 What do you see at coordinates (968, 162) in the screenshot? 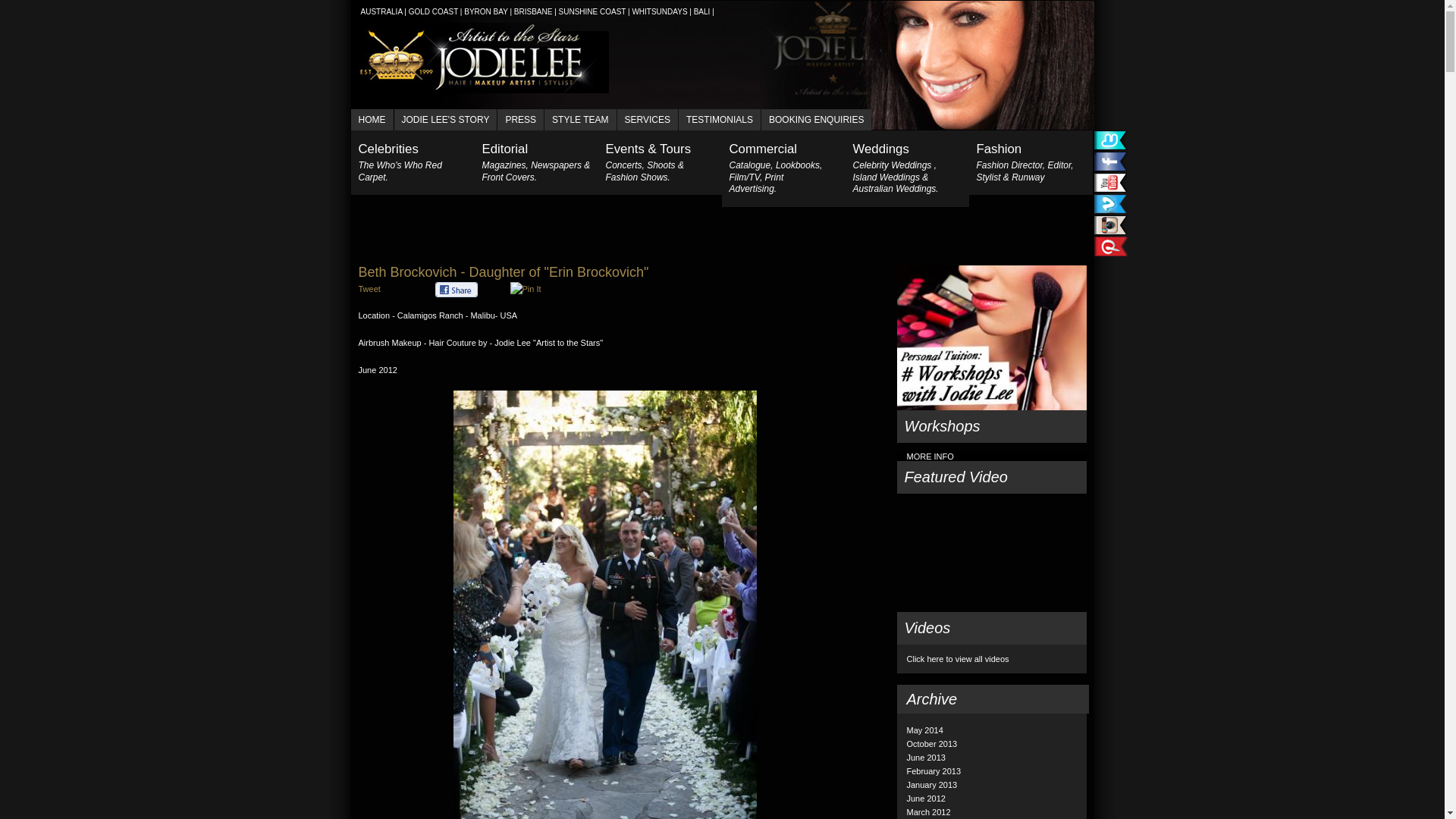
I see `'Fashion` at bounding box center [968, 162].